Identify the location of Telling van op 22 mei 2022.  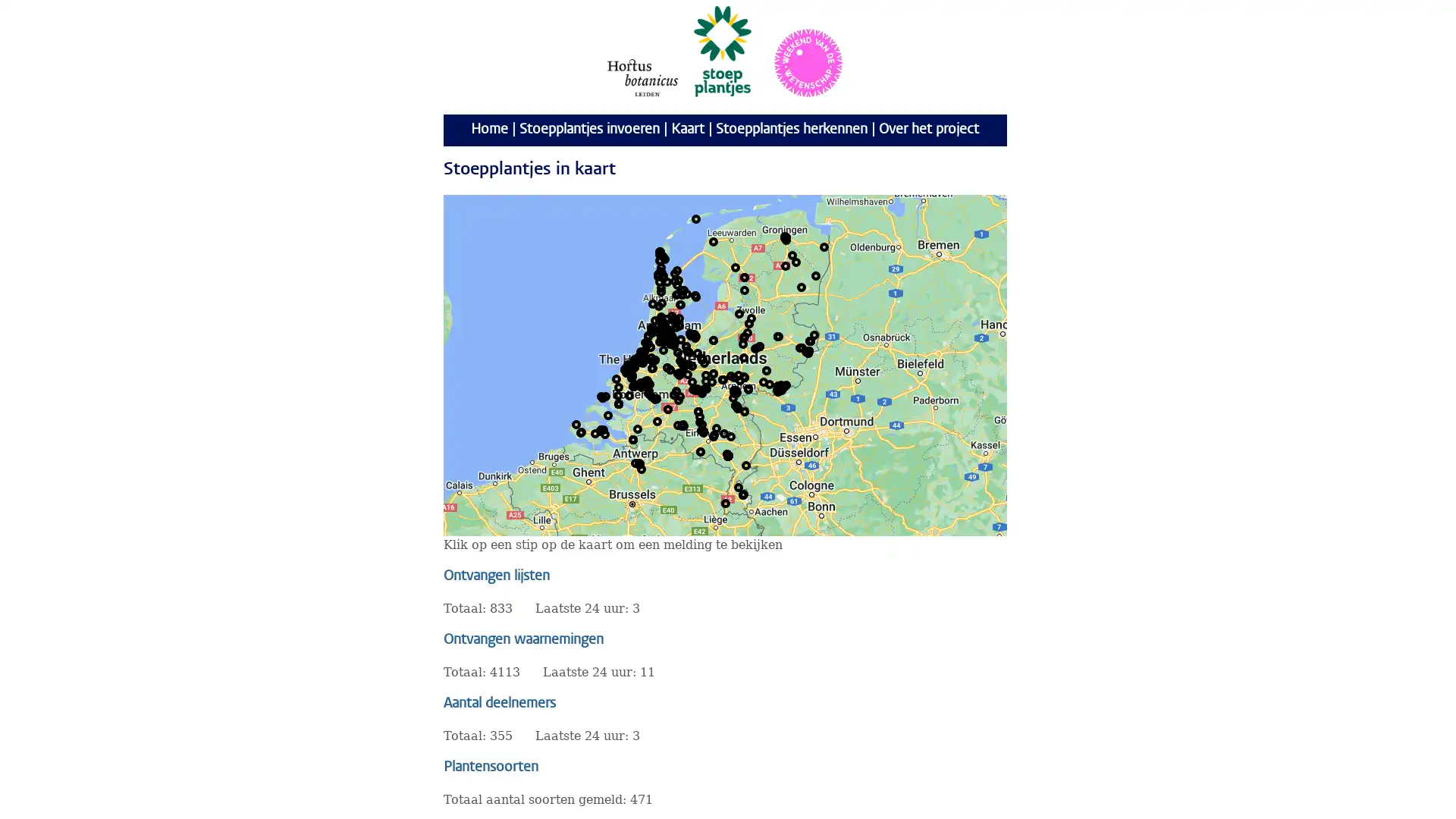
(641, 385).